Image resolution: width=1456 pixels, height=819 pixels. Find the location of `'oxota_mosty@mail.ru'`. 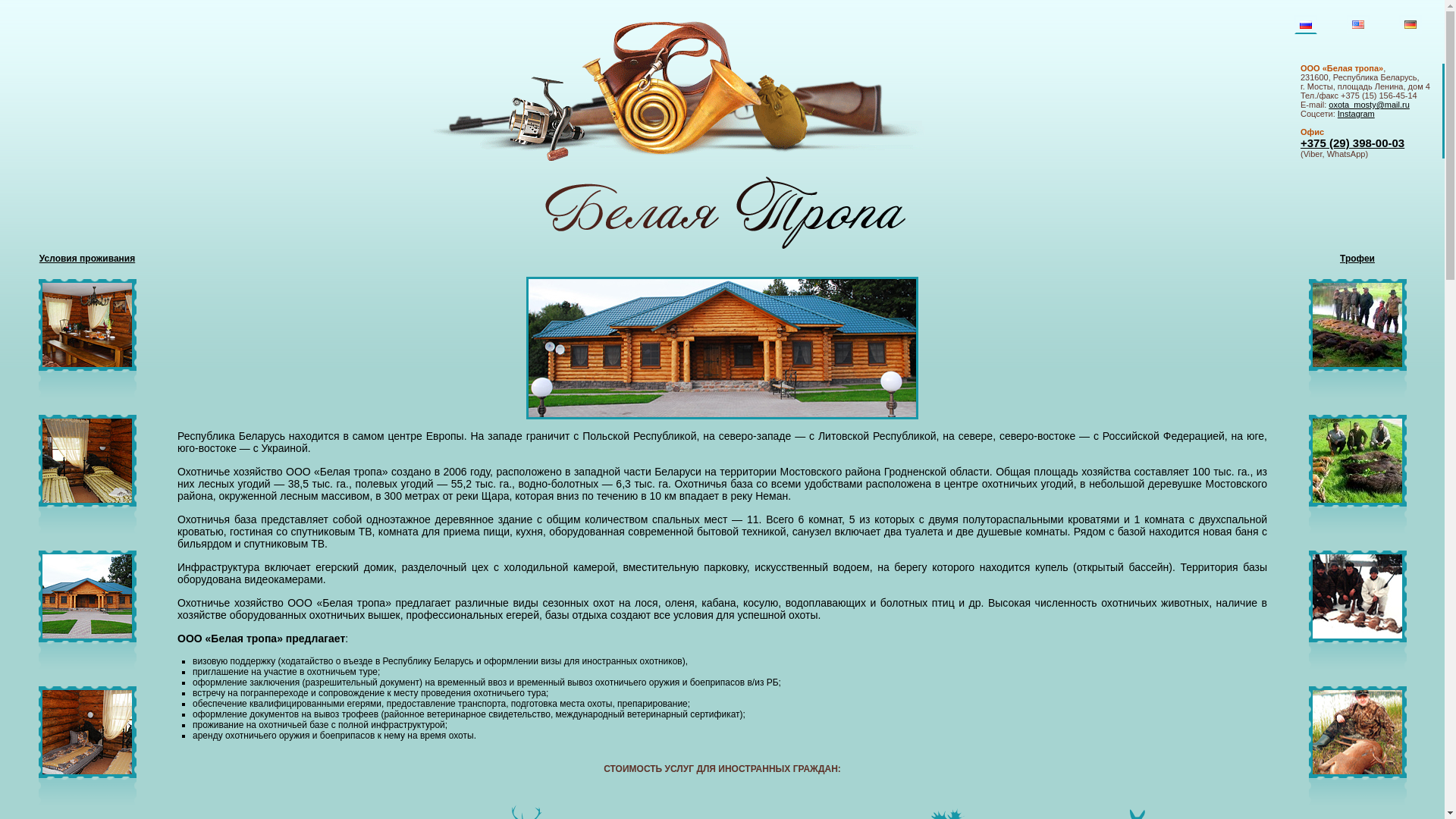

'oxota_mosty@mail.ru' is located at coordinates (1328, 104).